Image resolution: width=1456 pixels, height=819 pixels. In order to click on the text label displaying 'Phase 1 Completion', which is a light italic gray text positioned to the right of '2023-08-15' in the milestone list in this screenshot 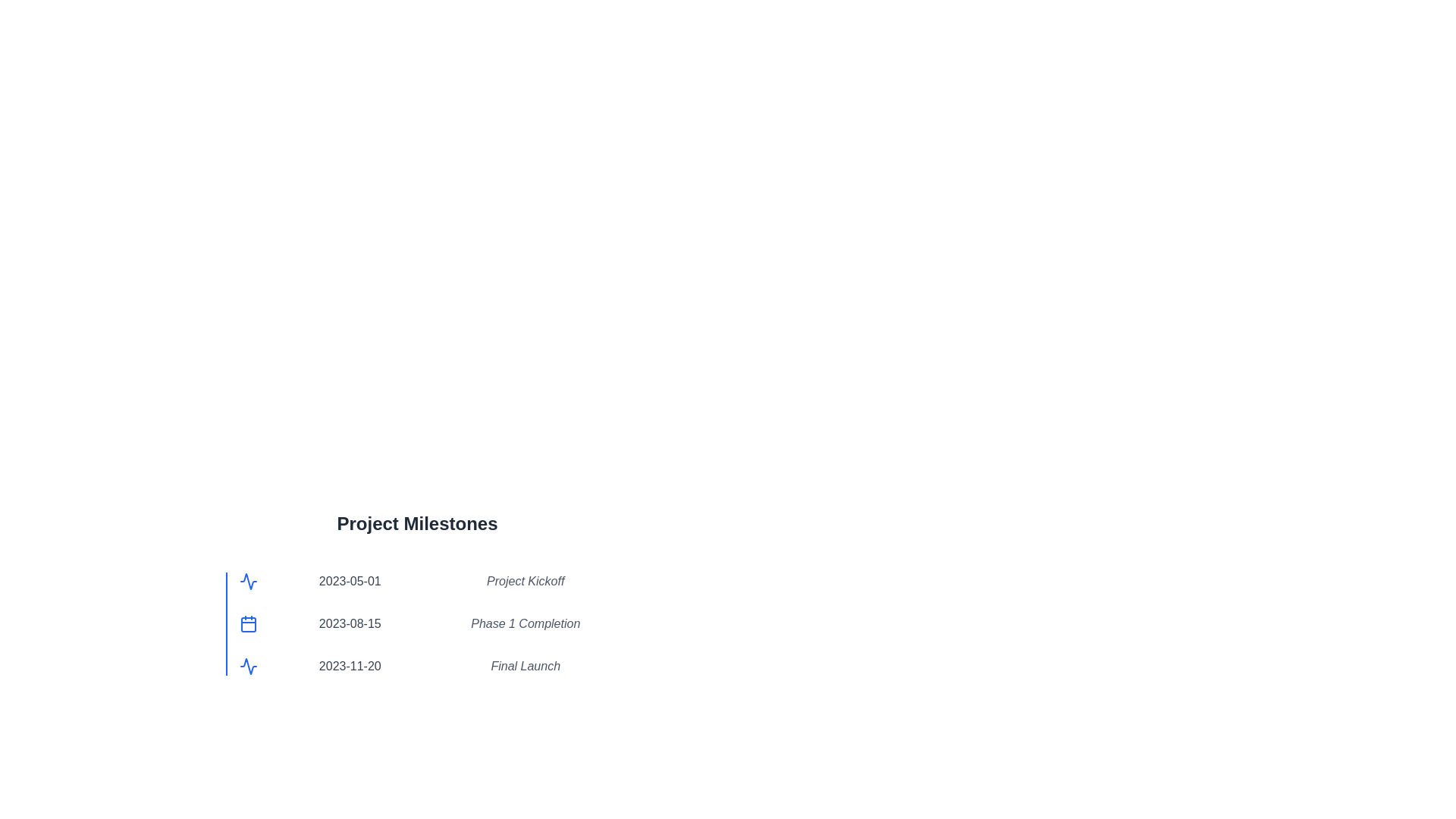, I will do `click(526, 623)`.